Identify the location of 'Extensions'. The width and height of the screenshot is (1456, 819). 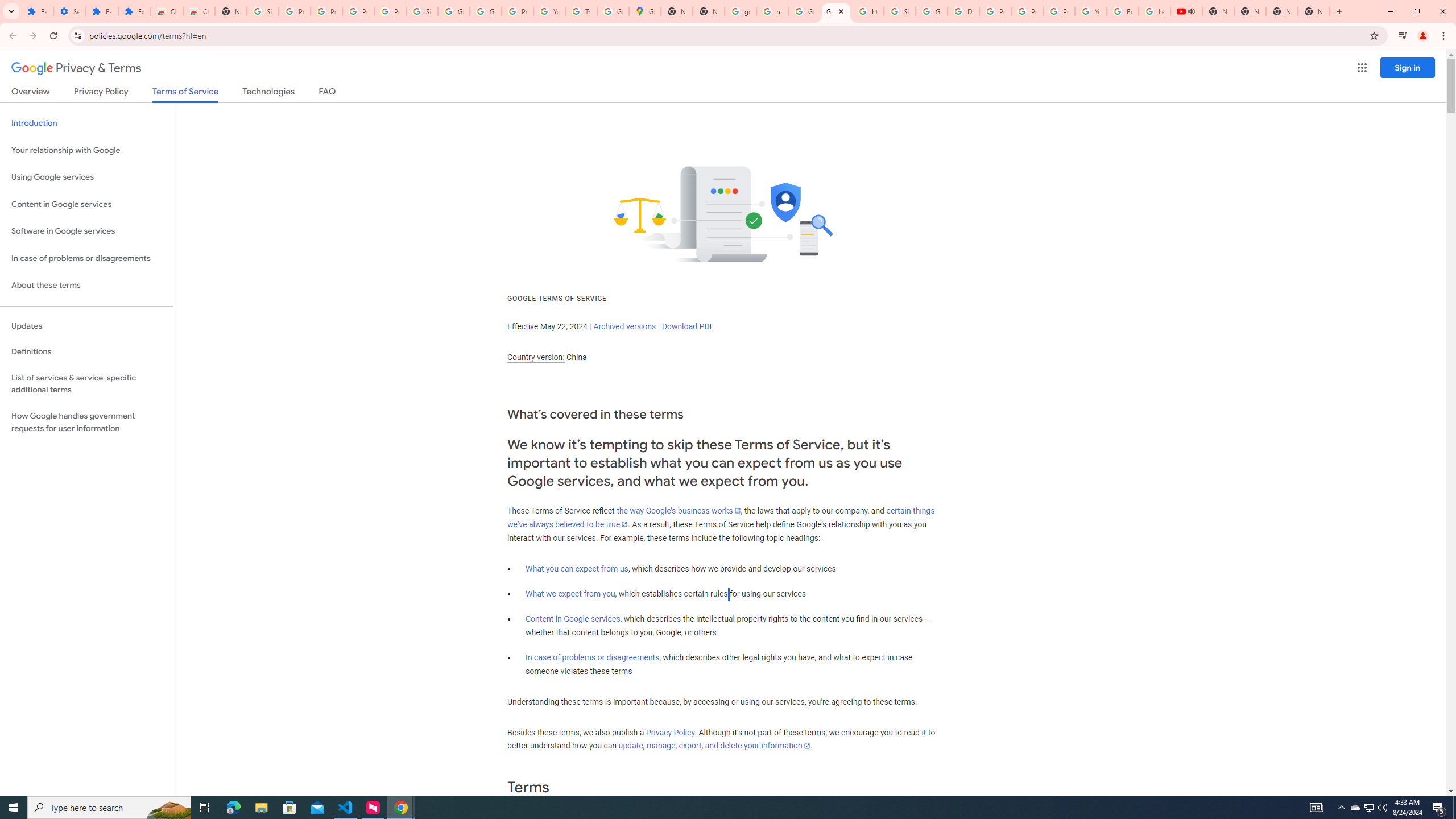
(37, 11).